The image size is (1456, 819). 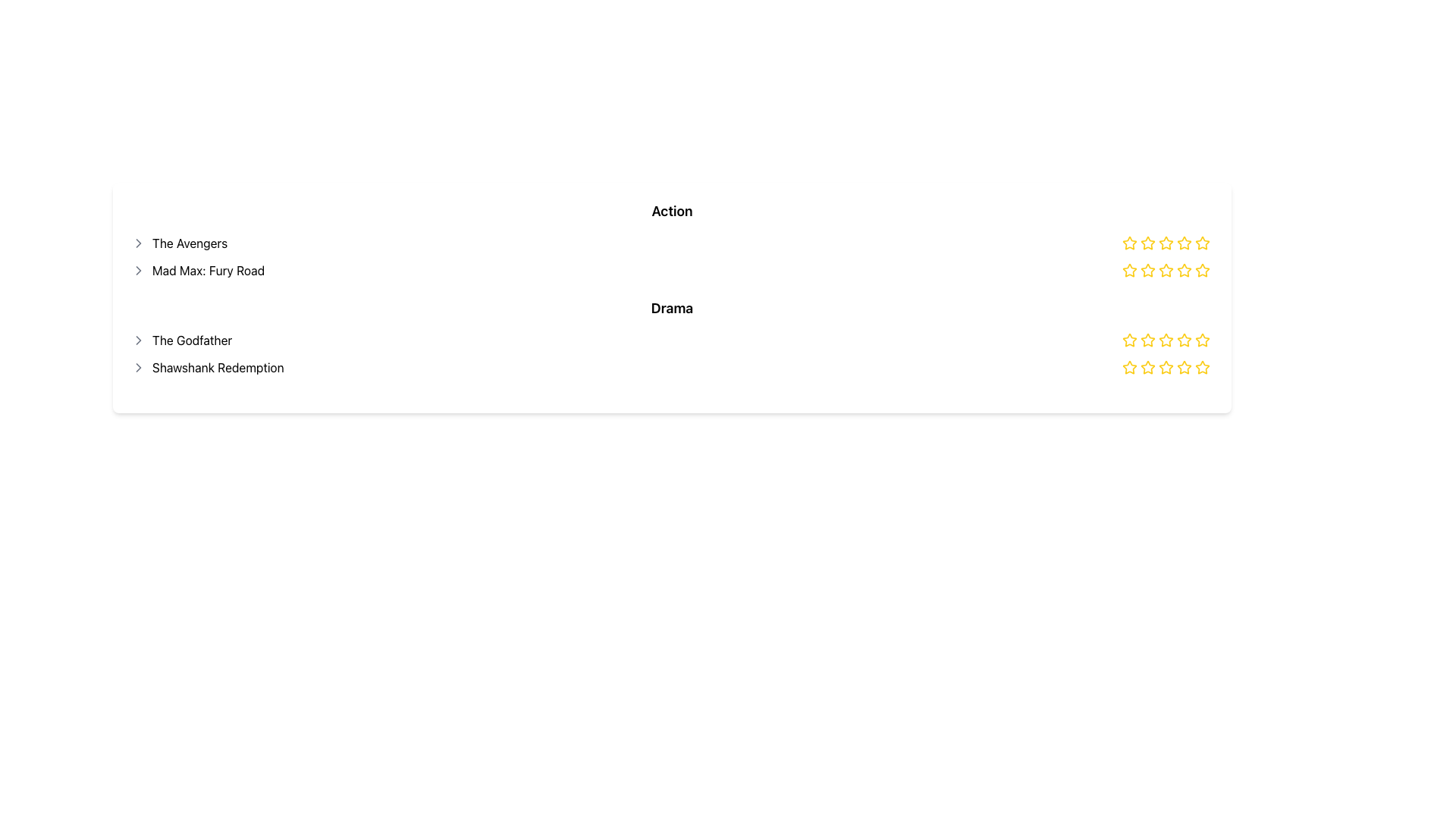 I want to click on the third star icon from the left in the first row of star ratings to register a rating, so click(x=1147, y=242).